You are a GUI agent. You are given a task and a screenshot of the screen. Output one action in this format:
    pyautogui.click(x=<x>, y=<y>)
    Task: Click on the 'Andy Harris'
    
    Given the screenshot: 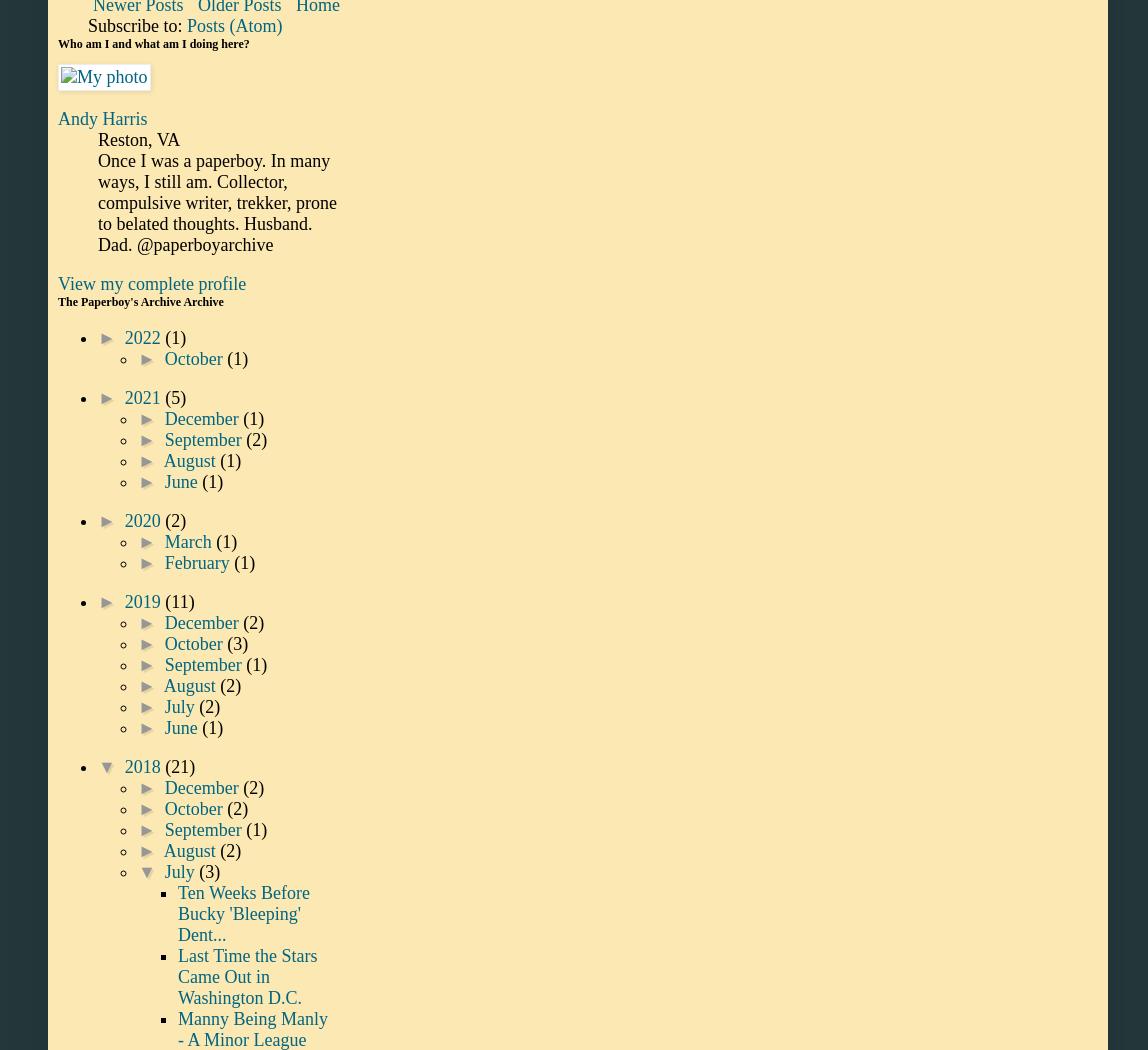 What is the action you would take?
    pyautogui.click(x=57, y=117)
    